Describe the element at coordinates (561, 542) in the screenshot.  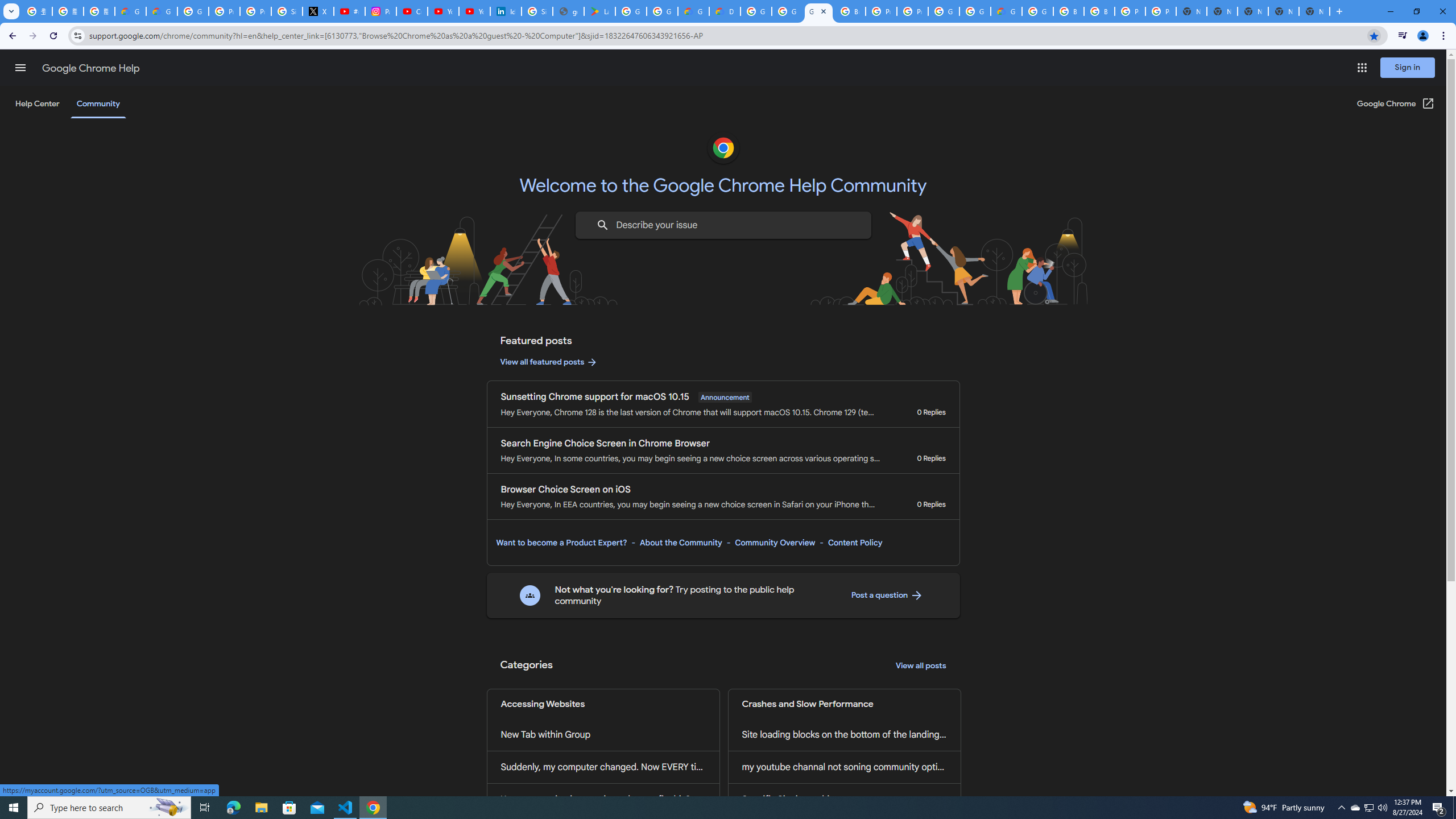
I see `'Want to become a Product Expert?'` at that location.